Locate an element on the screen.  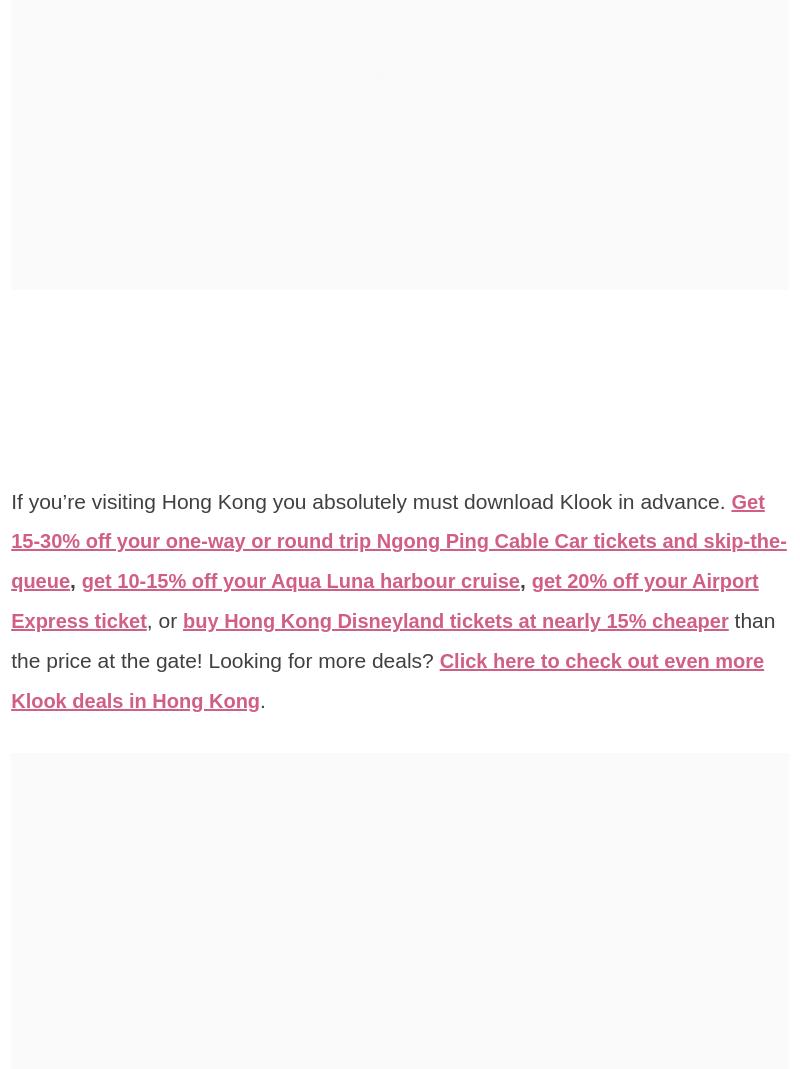
'Click here to check out even more Klook deals in Hong Kong' is located at coordinates (386, 679).